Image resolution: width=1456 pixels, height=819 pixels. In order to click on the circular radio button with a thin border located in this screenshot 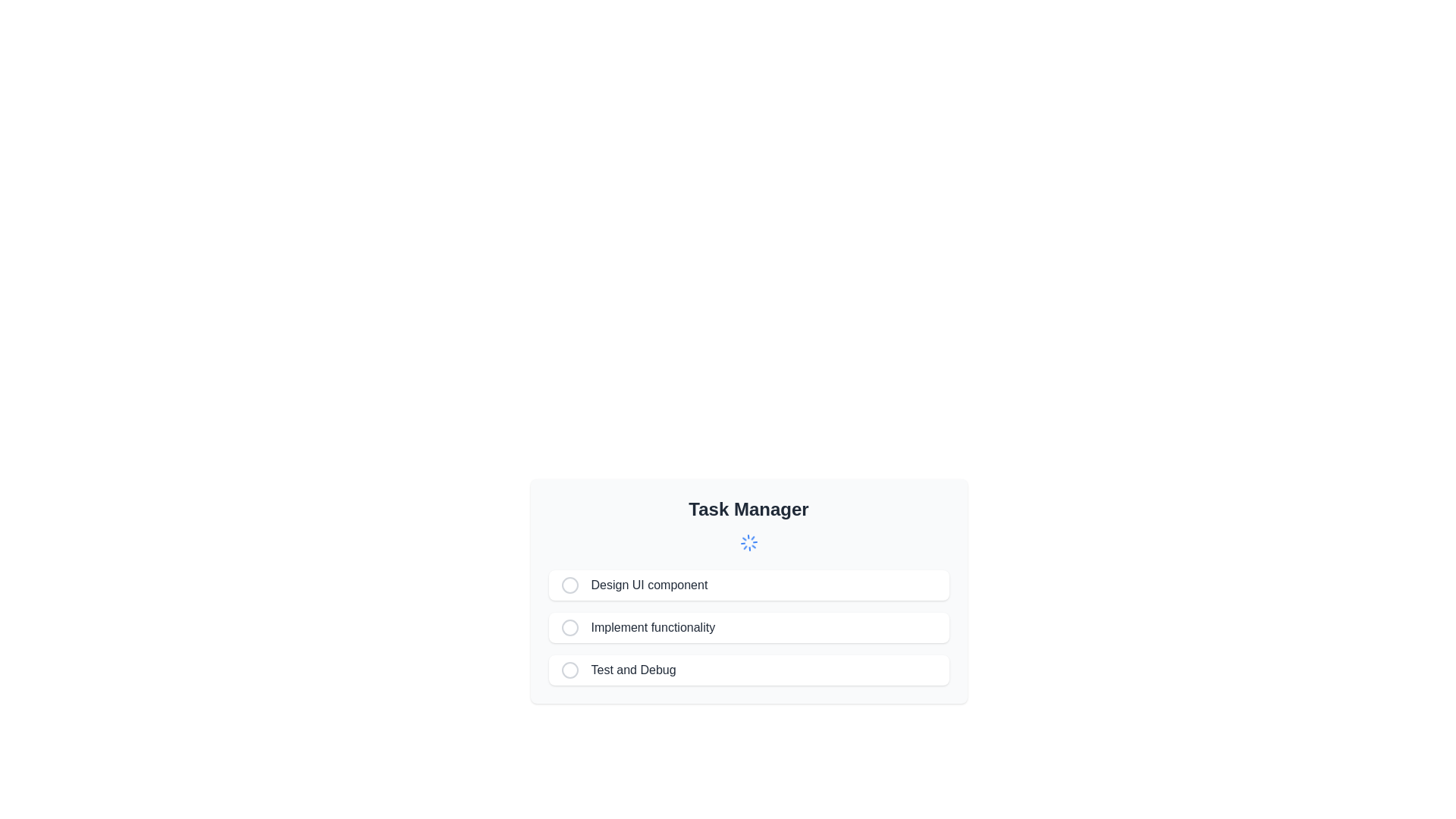, I will do `click(575, 669)`.